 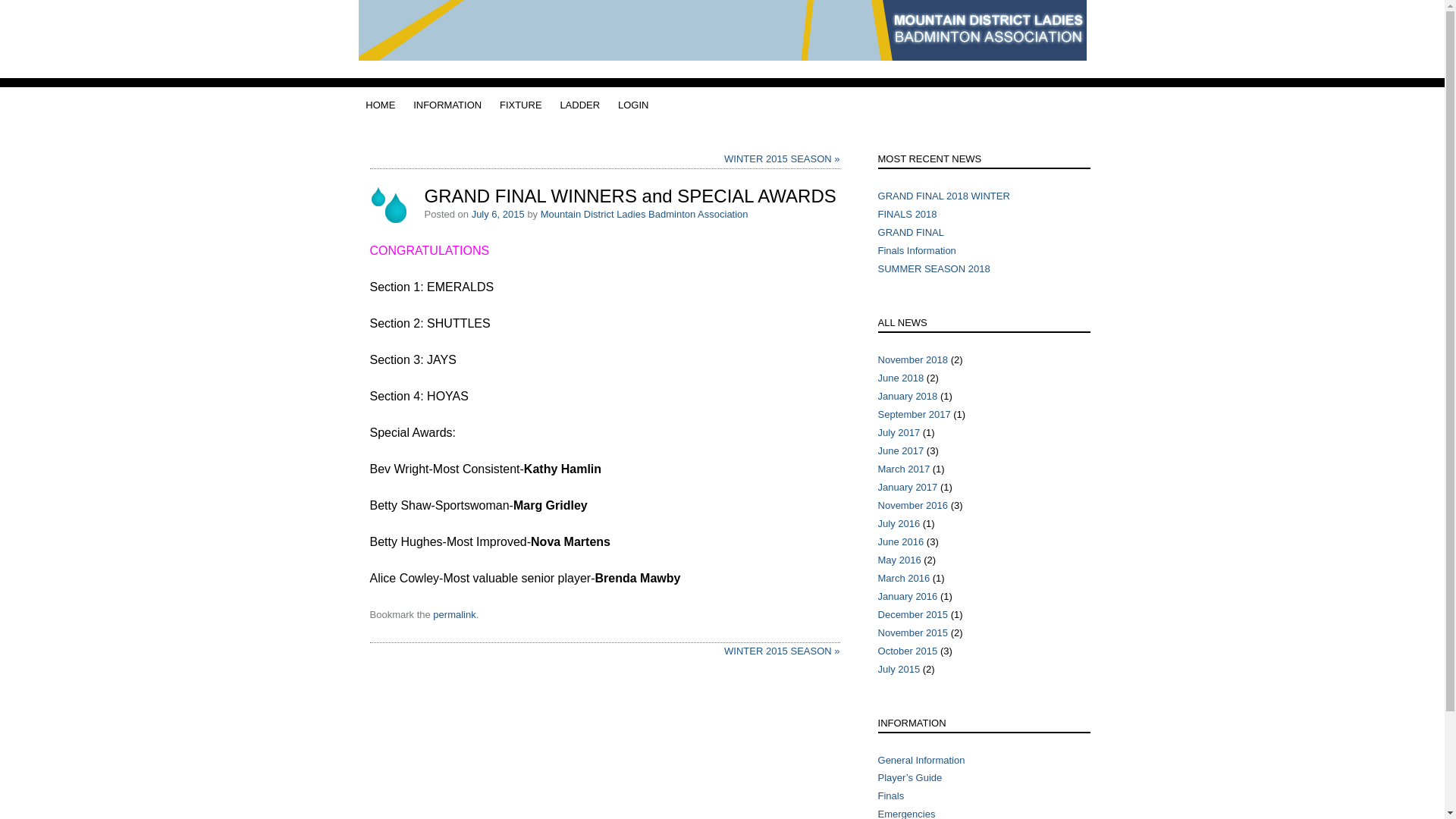 I want to click on 'October 2015', so click(x=908, y=650).